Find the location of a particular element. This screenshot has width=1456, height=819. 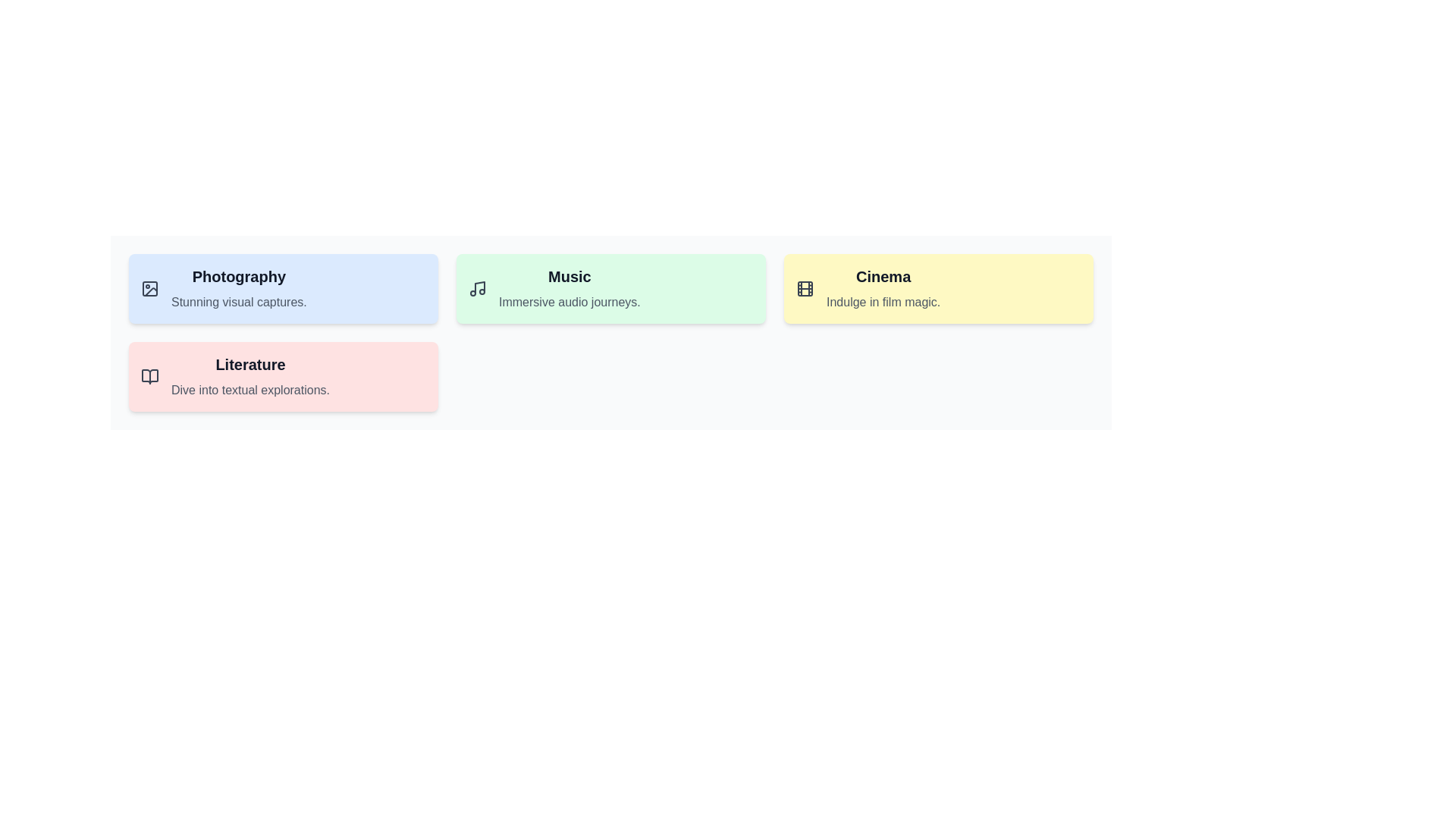

the 'Photography' category card located at the top-left corner of the interface grid is located at coordinates (238, 289).